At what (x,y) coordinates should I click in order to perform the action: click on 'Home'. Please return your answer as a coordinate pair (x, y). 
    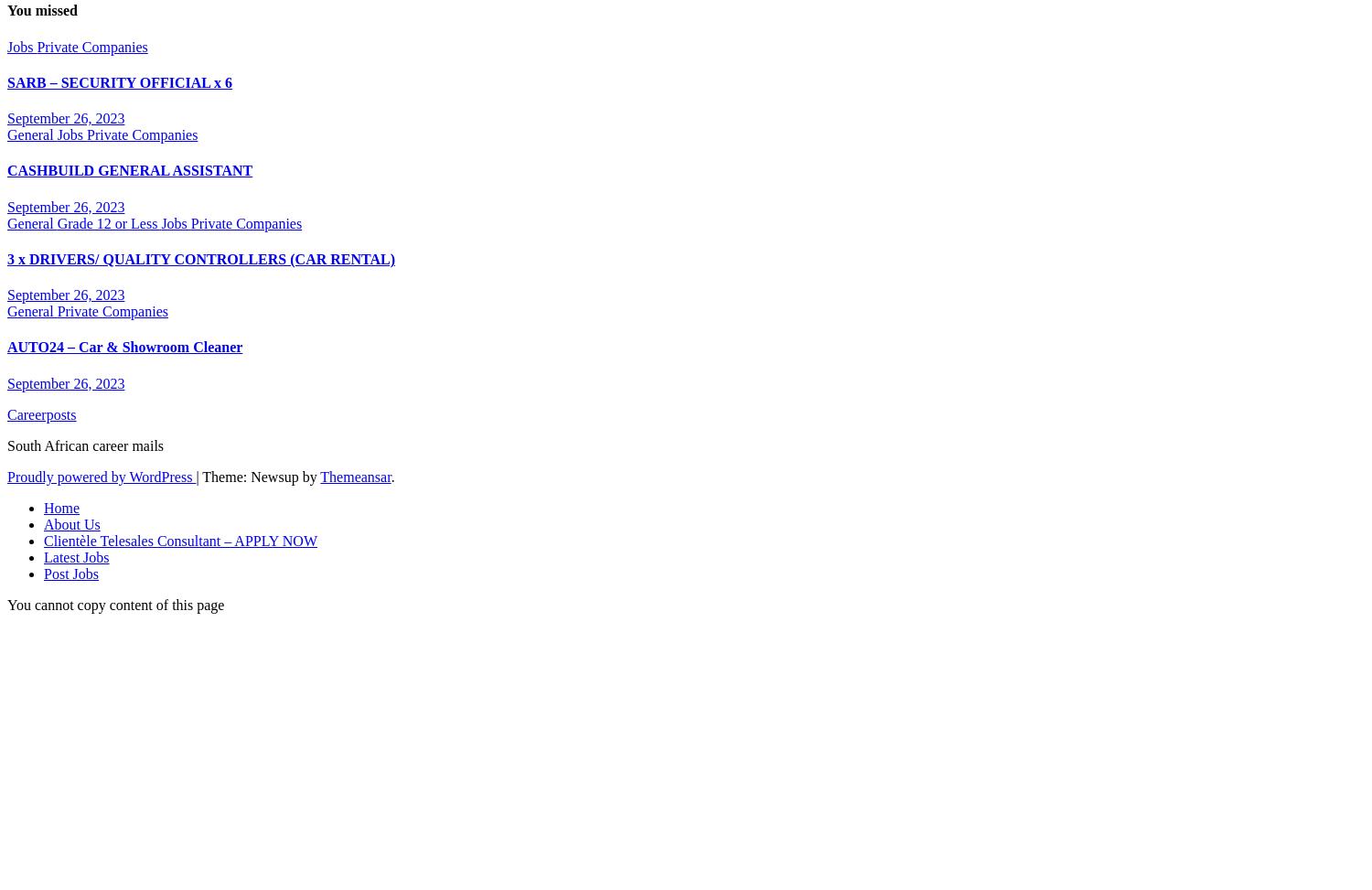
    Looking at the image, I should click on (60, 506).